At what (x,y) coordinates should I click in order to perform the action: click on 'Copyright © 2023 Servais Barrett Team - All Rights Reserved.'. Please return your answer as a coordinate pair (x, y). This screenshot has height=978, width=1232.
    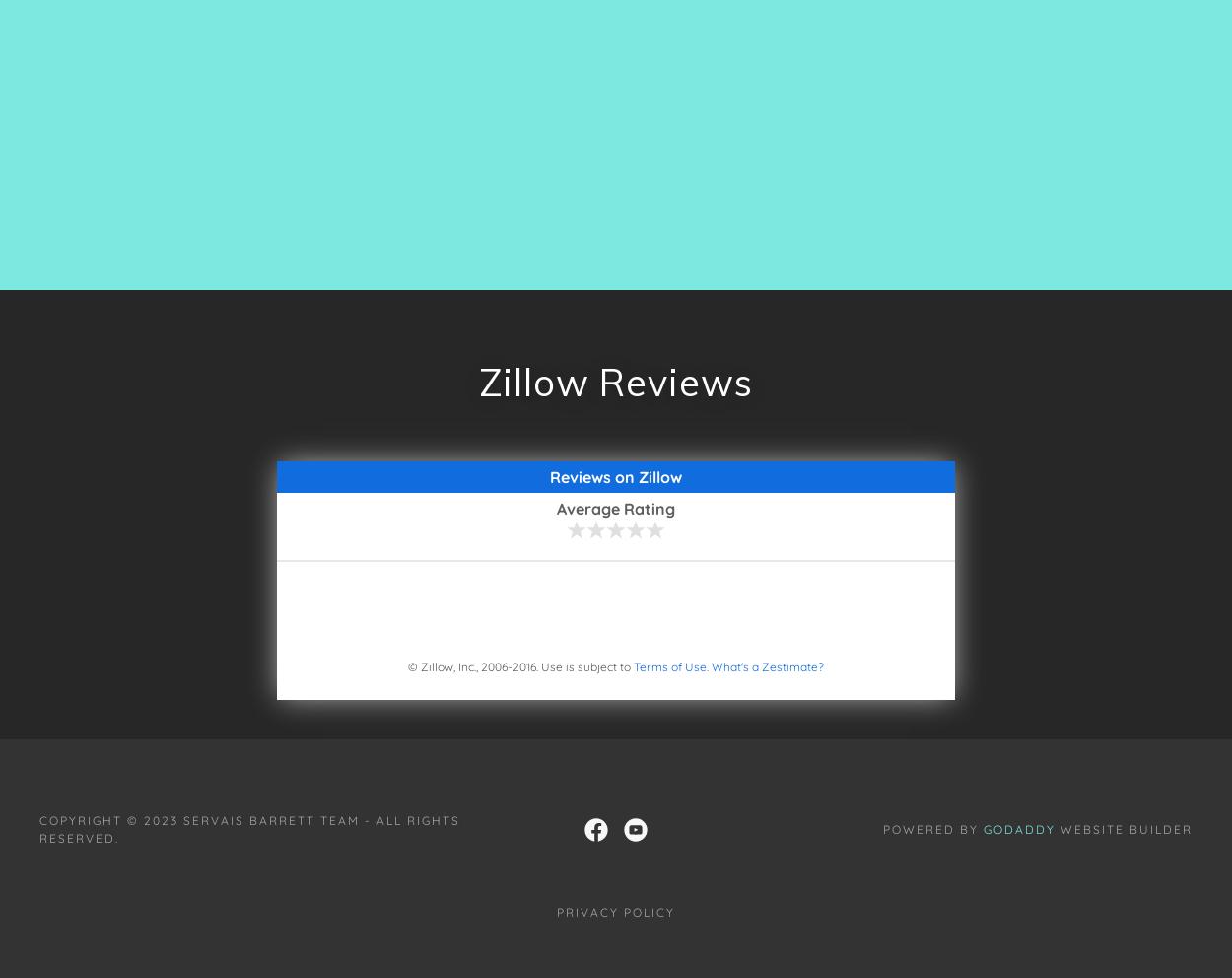
    Looking at the image, I should click on (249, 827).